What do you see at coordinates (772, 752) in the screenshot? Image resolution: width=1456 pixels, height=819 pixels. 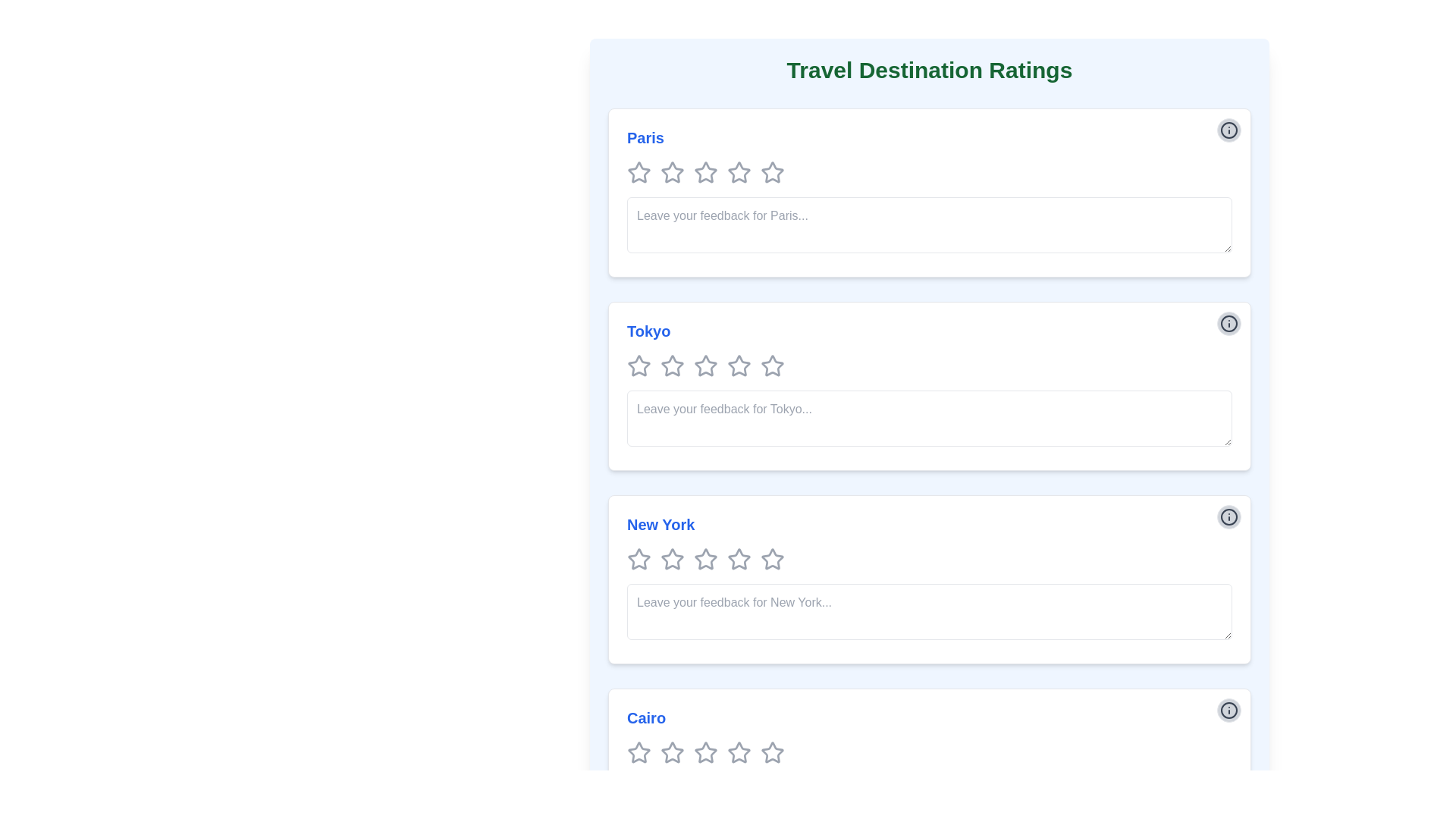 I see `the fifth star icon in the rating row for 'Cairo'` at bounding box center [772, 752].